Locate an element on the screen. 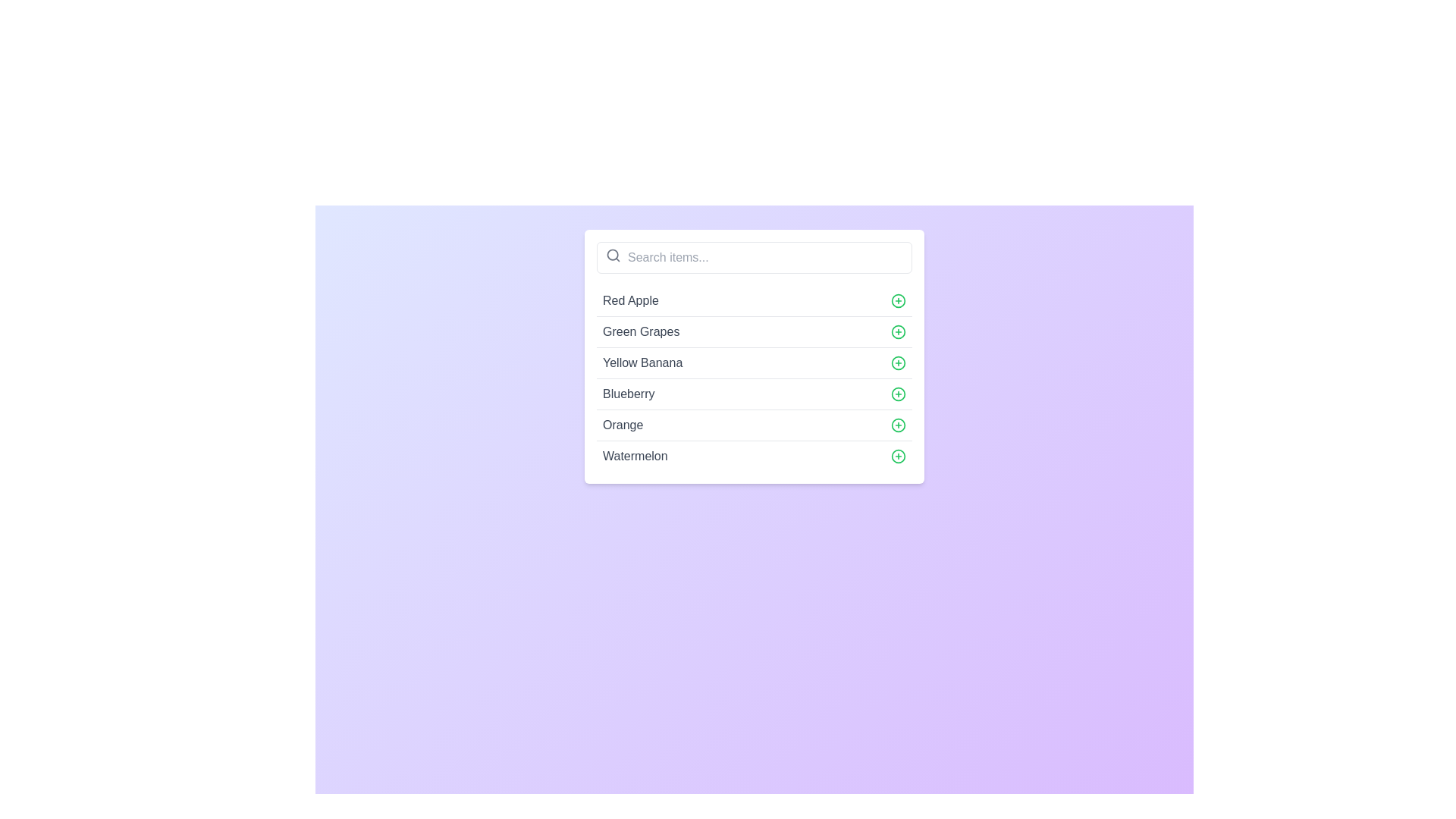  the button or icon representing the action to add 'Yellow Banana' to a collection is located at coordinates (899, 362).